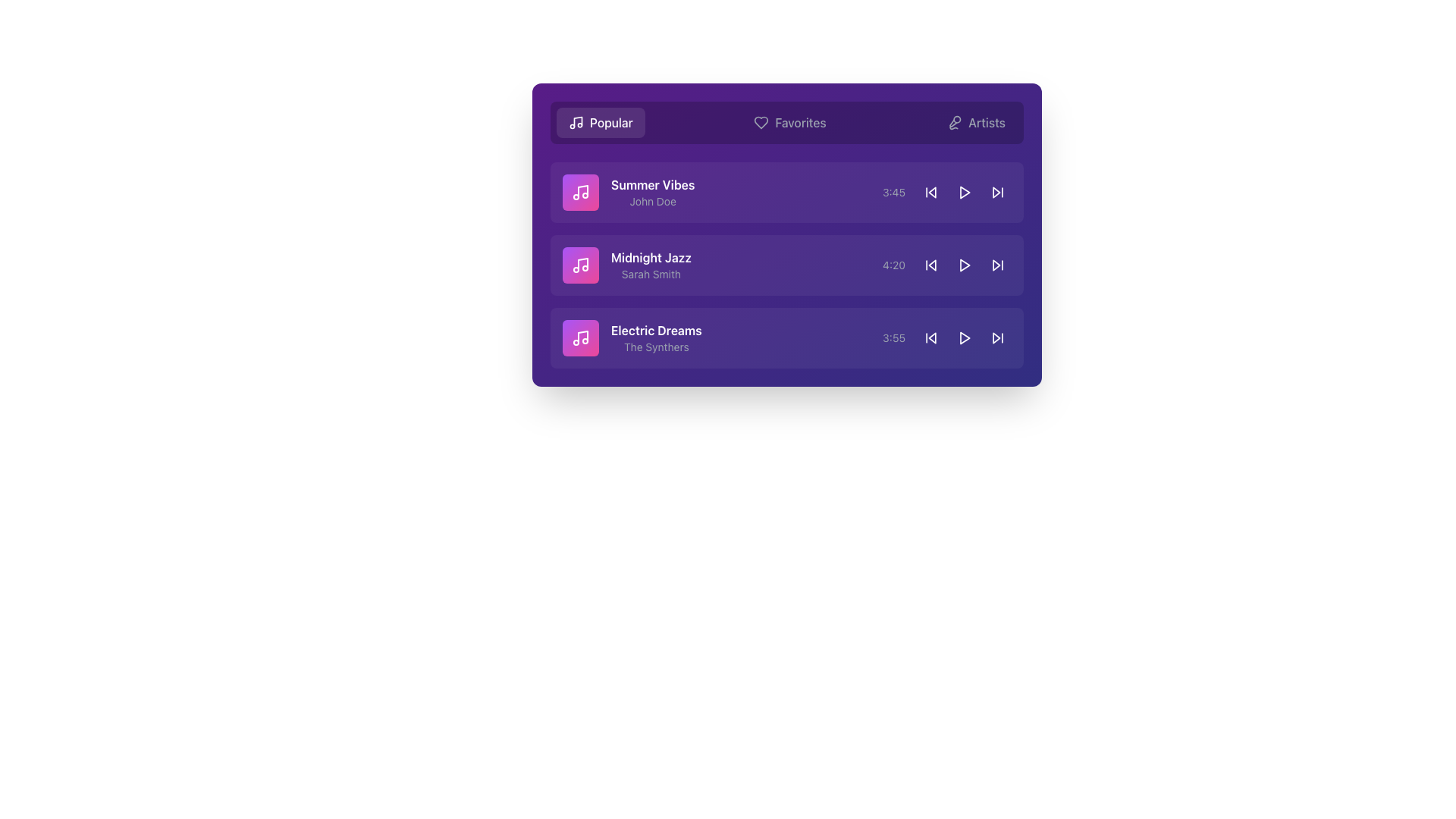  I want to click on the musical note icon representing the 'Electric Dreams' playlist, which is styled with a gradient-filled purple and pink background and located at the left of the third card in the music playlist list, so click(580, 337).